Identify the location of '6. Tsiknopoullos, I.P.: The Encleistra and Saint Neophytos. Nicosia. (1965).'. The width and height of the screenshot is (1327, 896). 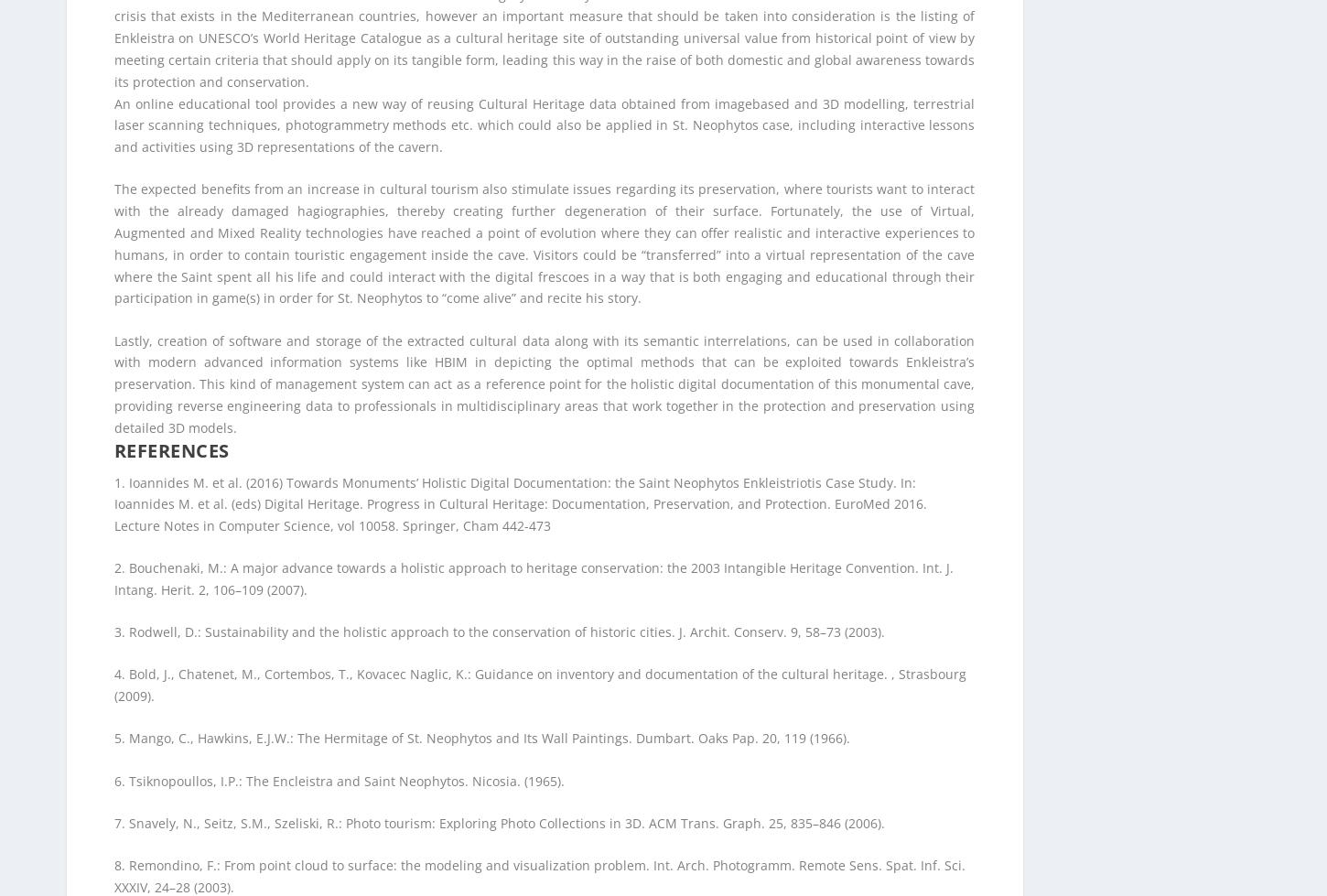
(338, 92).